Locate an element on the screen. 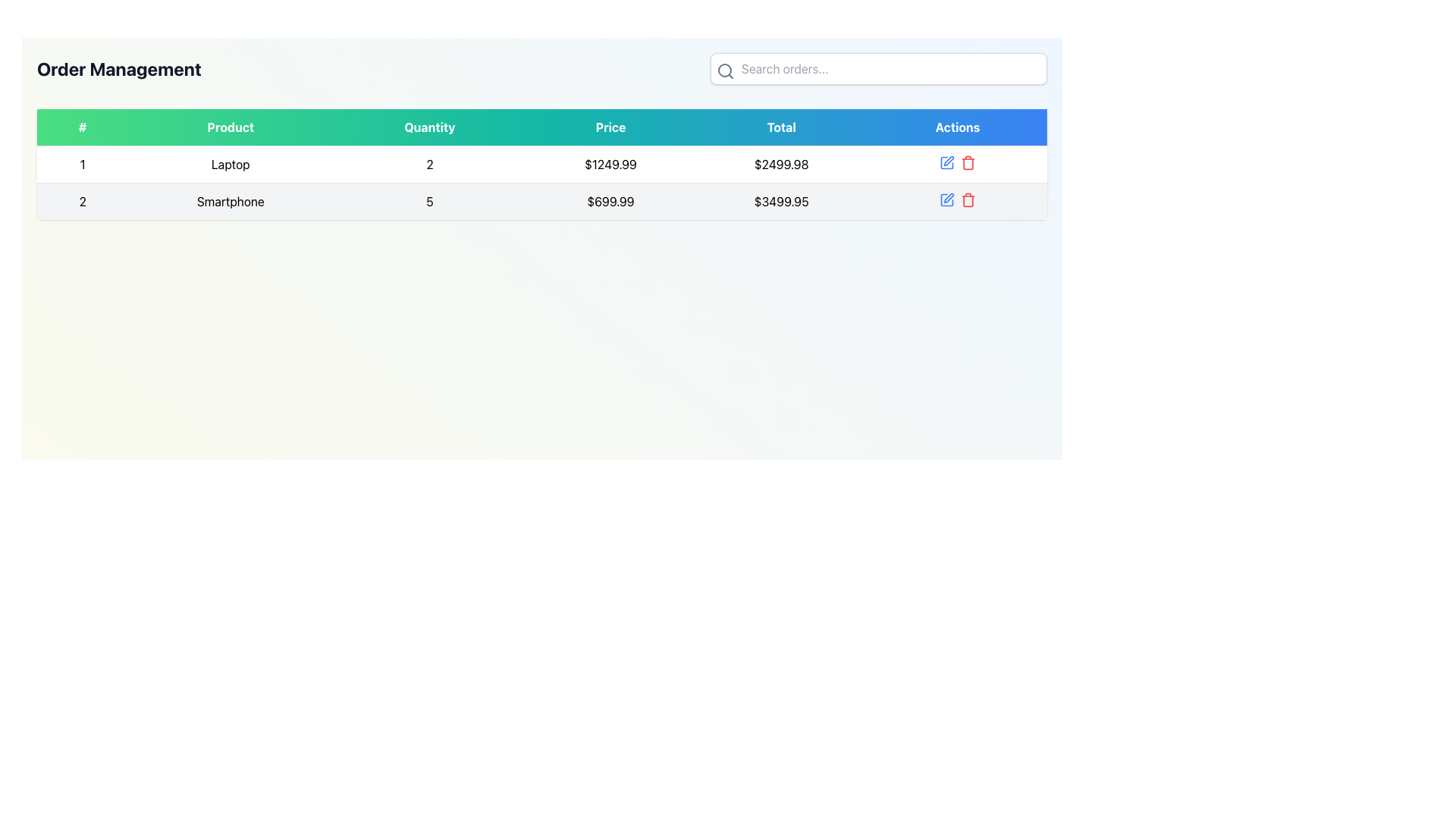 The width and height of the screenshot is (1456, 819). the static text label displaying 'Actions' in white on a blue background, which is positioned in the header layout to the right of the 'Total' header is located at coordinates (957, 127).